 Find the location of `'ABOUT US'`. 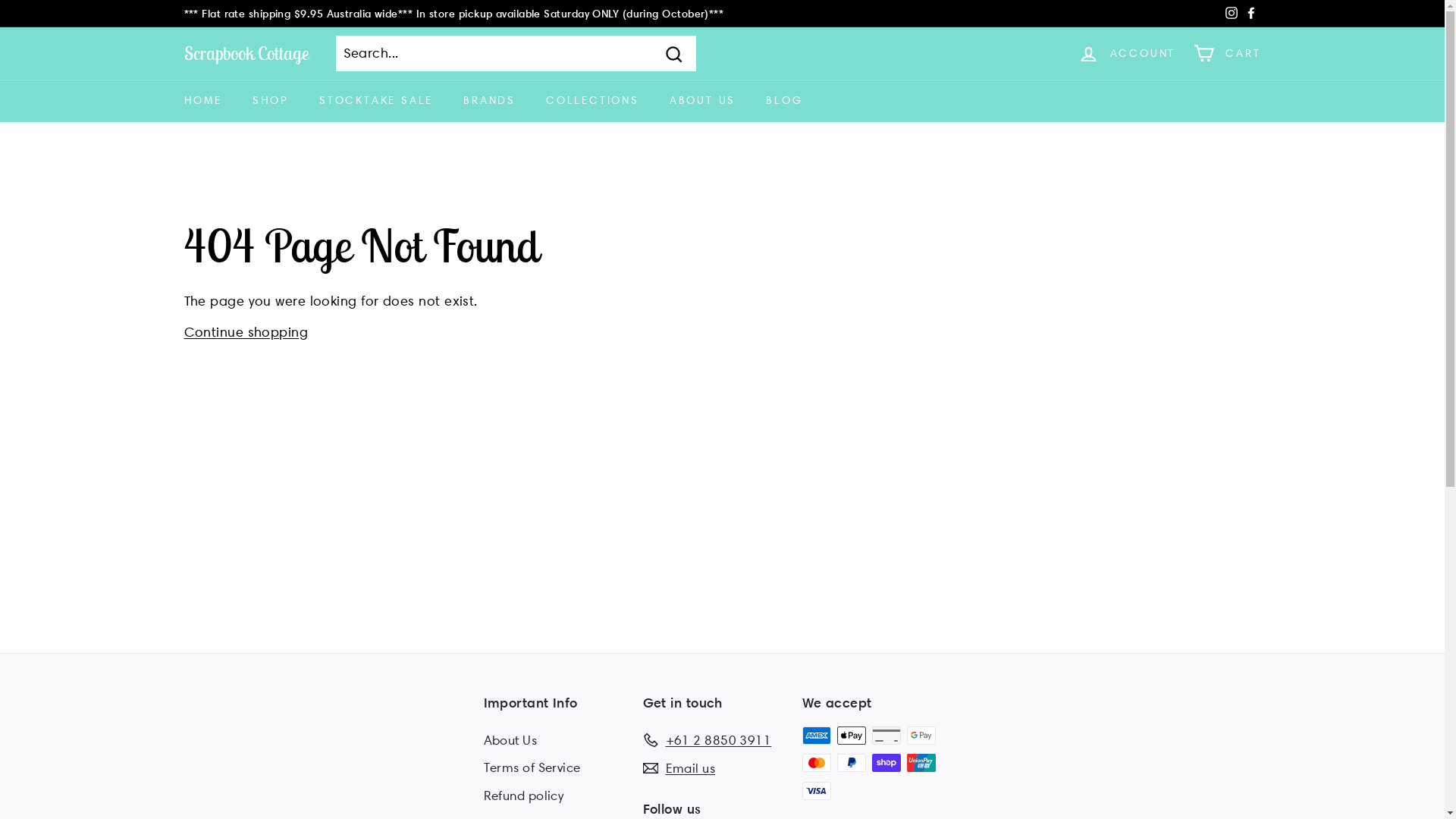

'ABOUT US' is located at coordinates (701, 100).